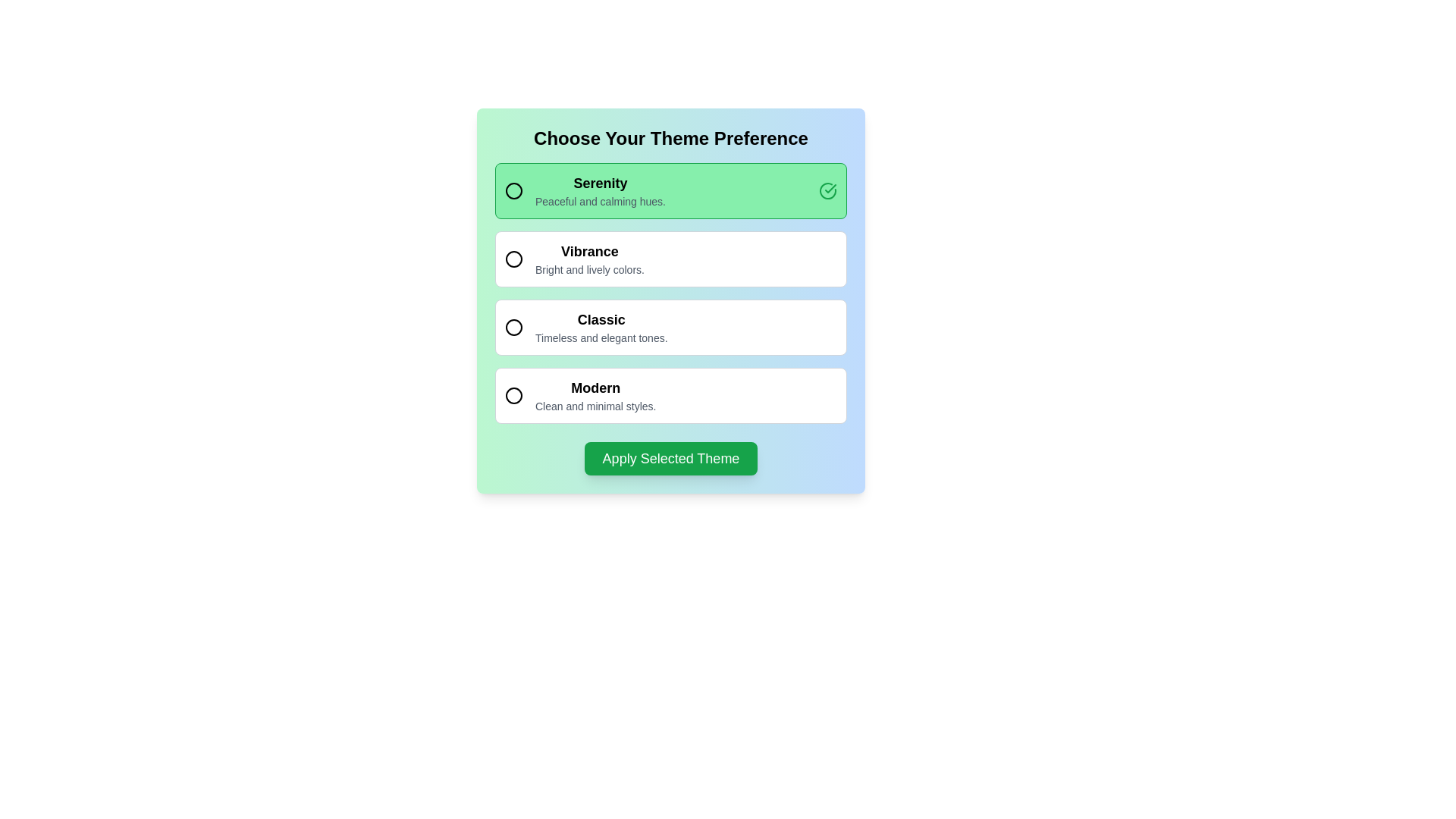 This screenshot has height=819, width=1456. What do you see at coordinates (670, 458) in the screenshot?
I see `the confirm button located at the bottom center of the 'Choose Your Theme Preference' panel to trigger a visual effect` at bounding box center [670, 458].